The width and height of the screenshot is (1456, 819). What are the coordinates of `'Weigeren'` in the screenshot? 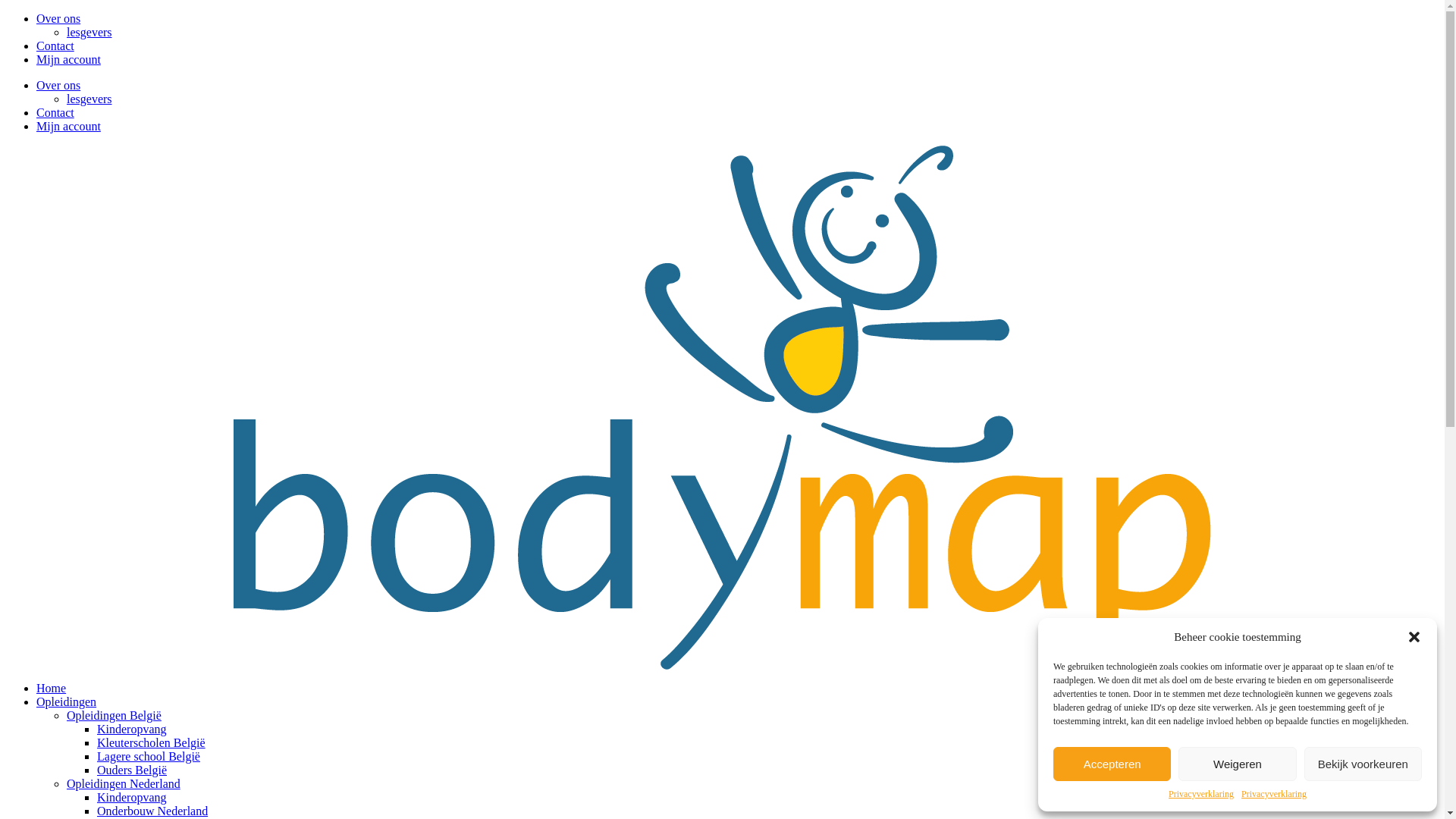 It's located at (1237, 764).